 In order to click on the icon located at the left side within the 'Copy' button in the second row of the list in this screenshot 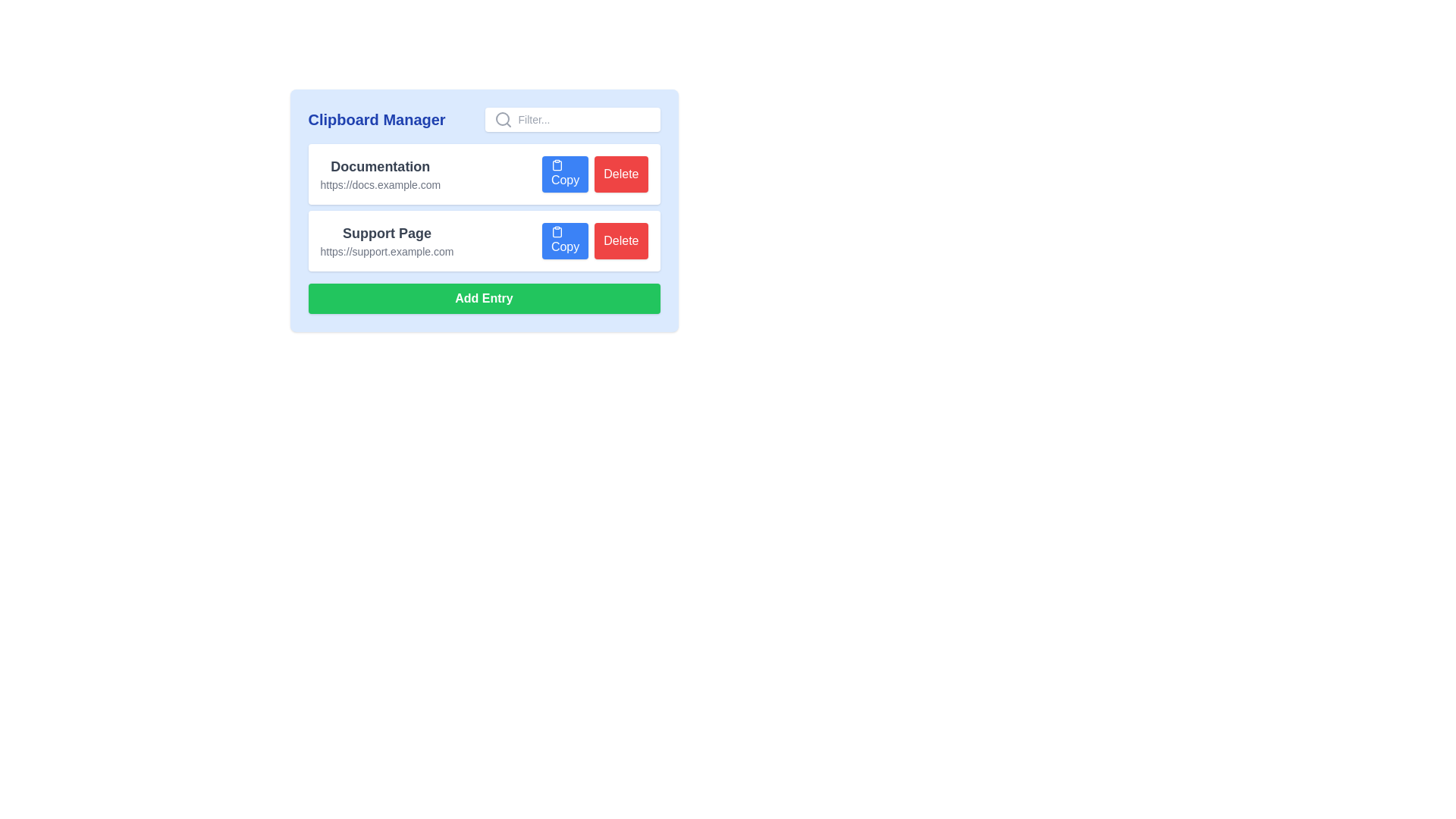, I will do `click(556, 231)`.